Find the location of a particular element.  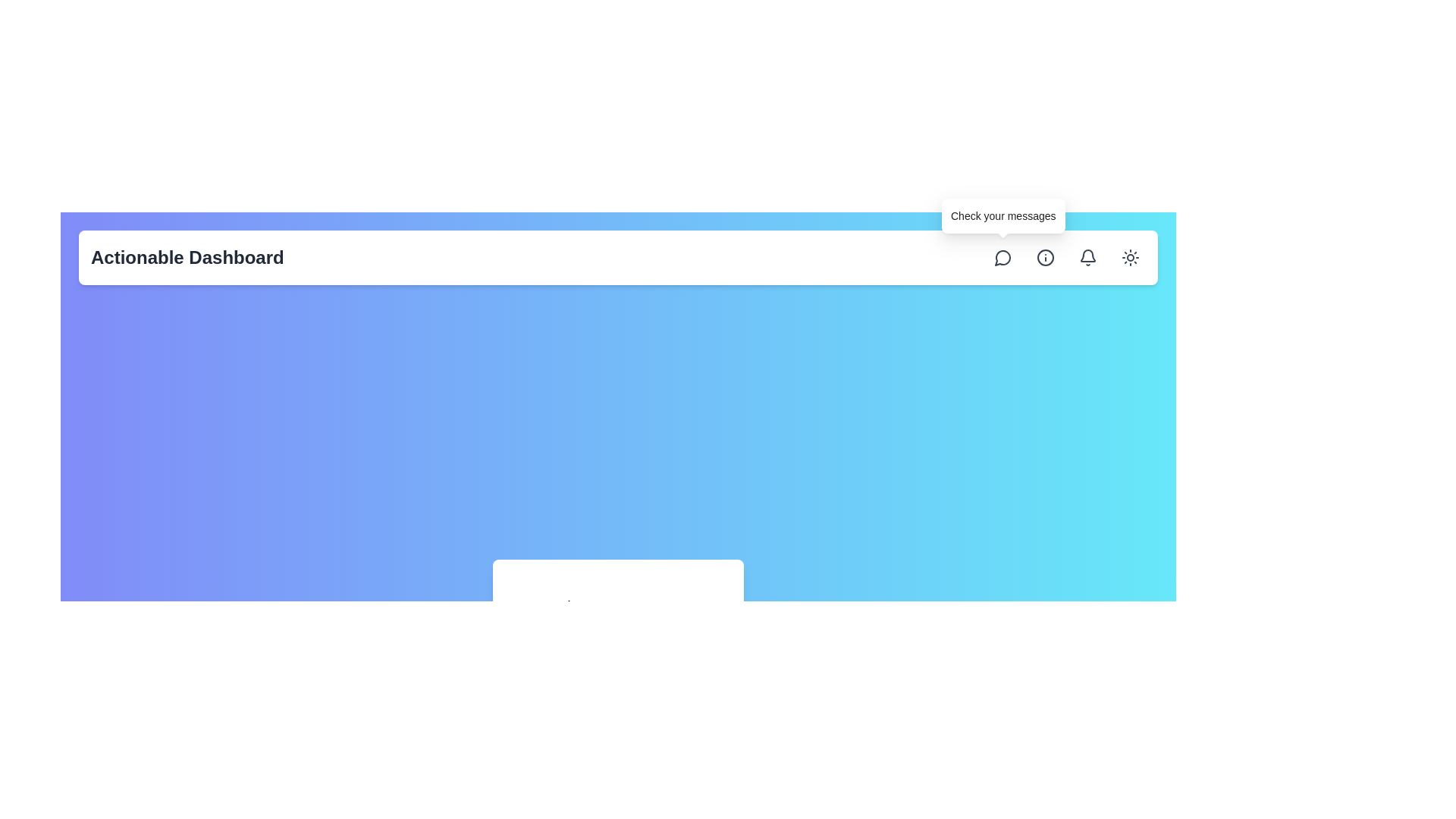

the bell-shaped notification icon located in the header section, second from the end is located at coordinates (1087, 256).